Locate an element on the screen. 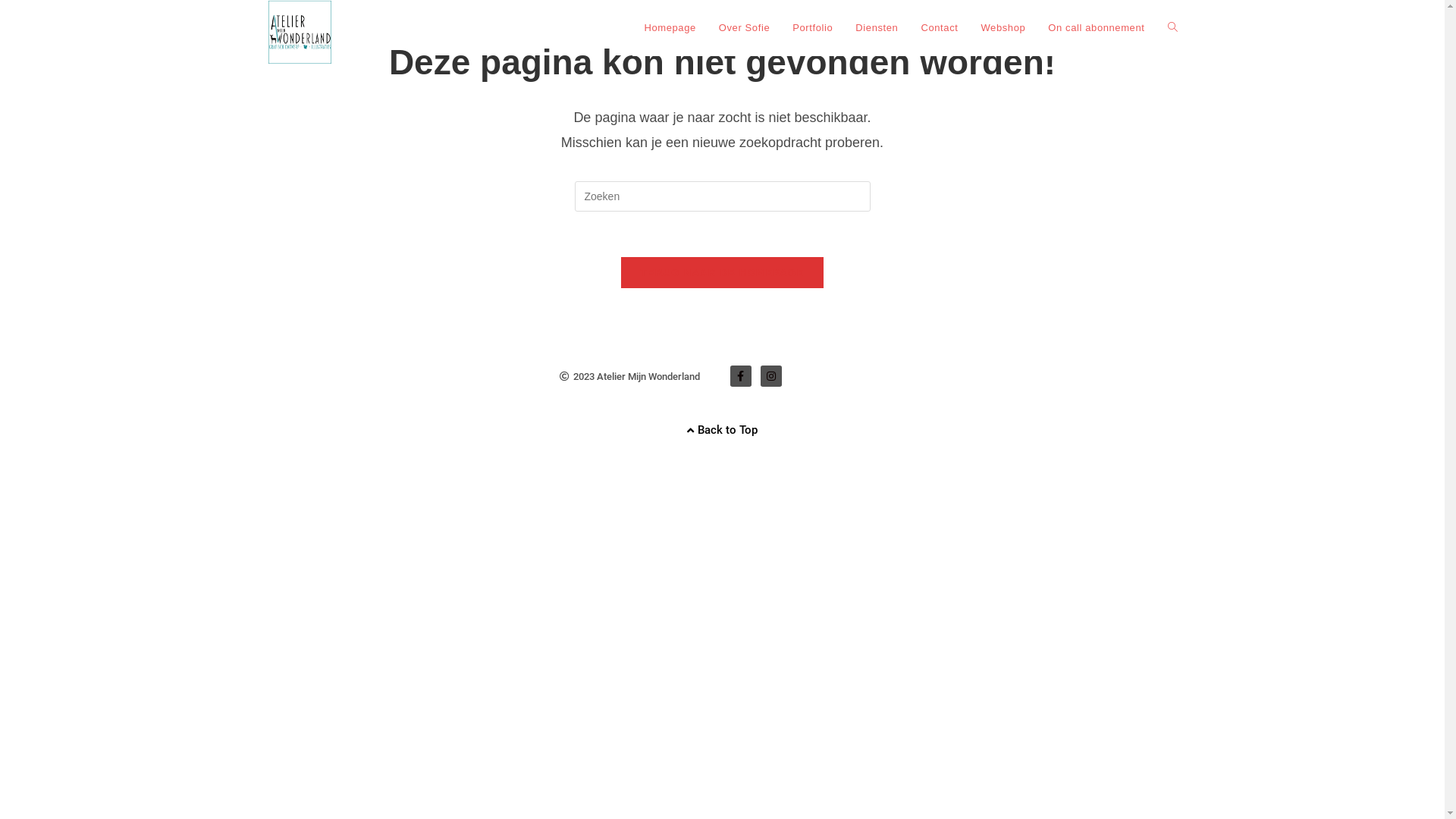  'Back to Top' is located at coordinates (721, 430).